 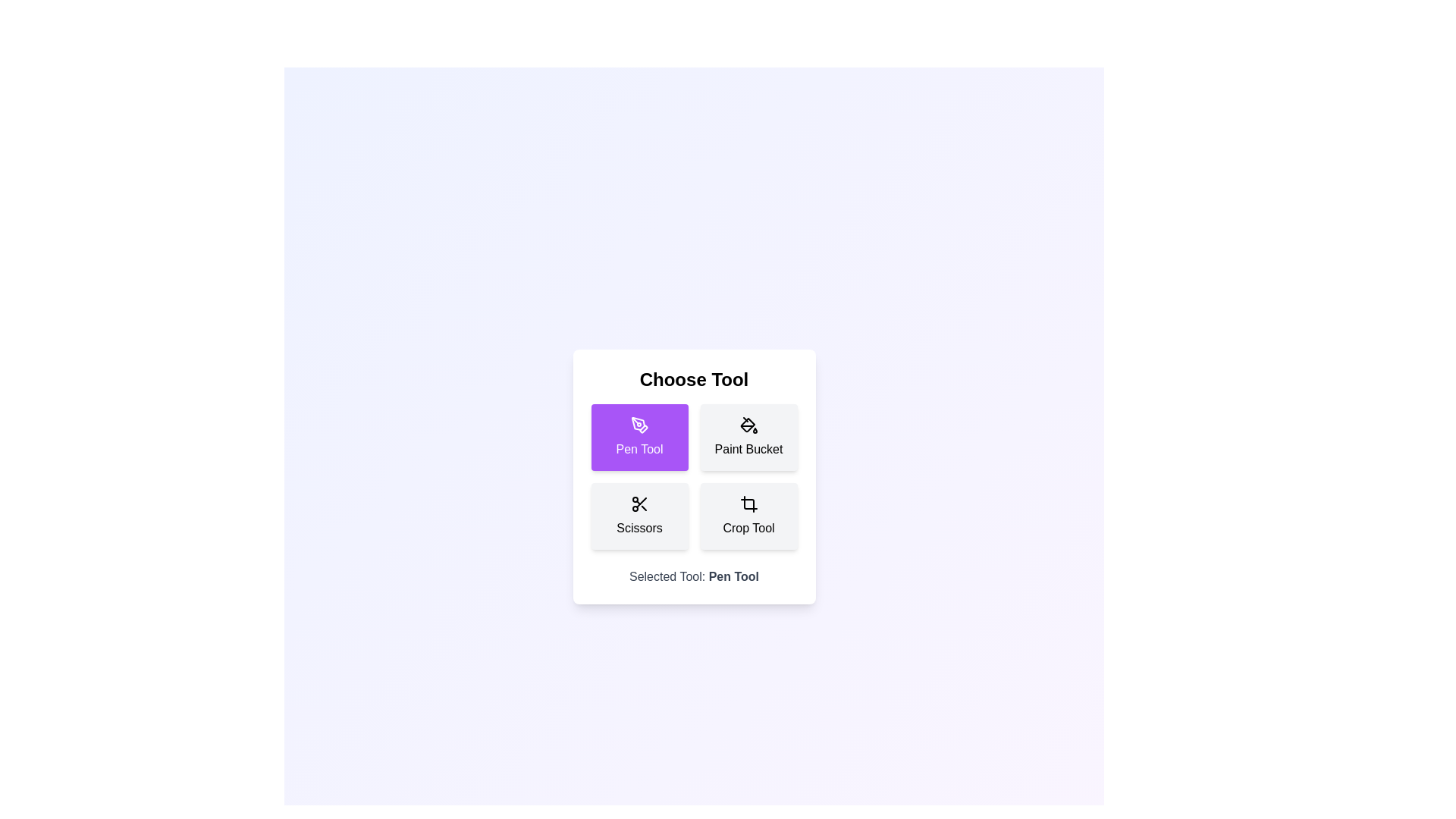 What do you see at coordinates (639, 516) in the screenshot?
I see `the tool Scissors by clicking on its corresponding button` at bounding box center [639, 516].